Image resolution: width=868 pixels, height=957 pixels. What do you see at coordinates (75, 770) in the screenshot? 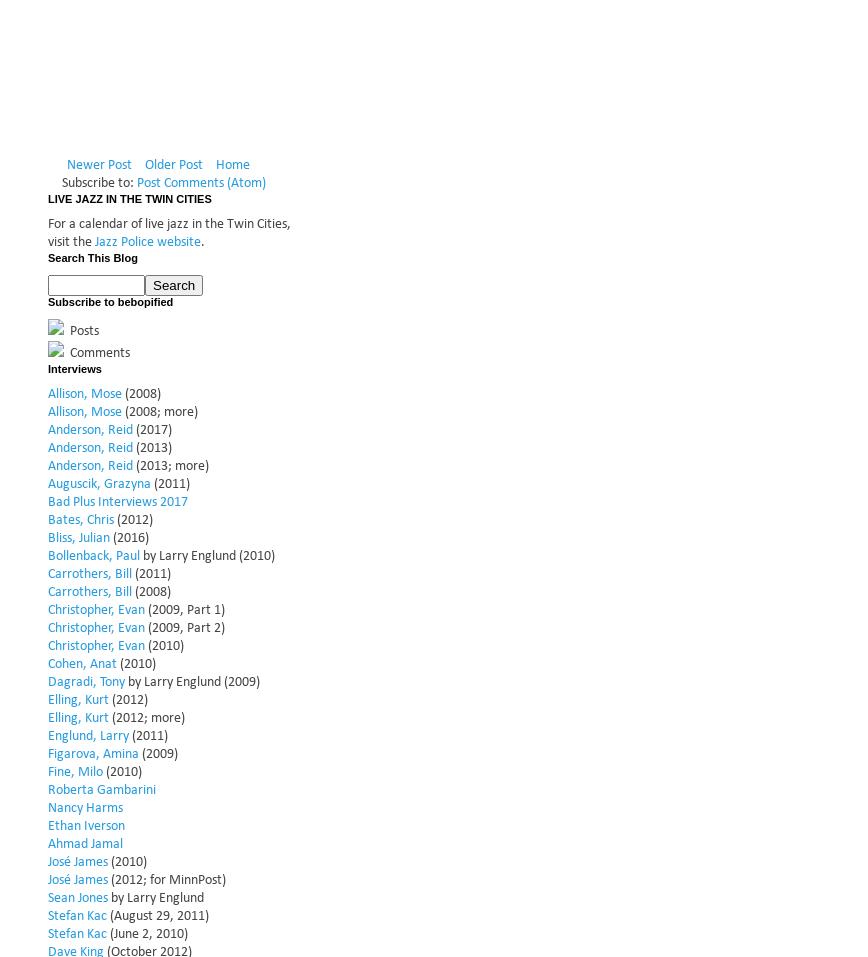
I see `'Fine, Milo'` at bounding box center [75, 770].